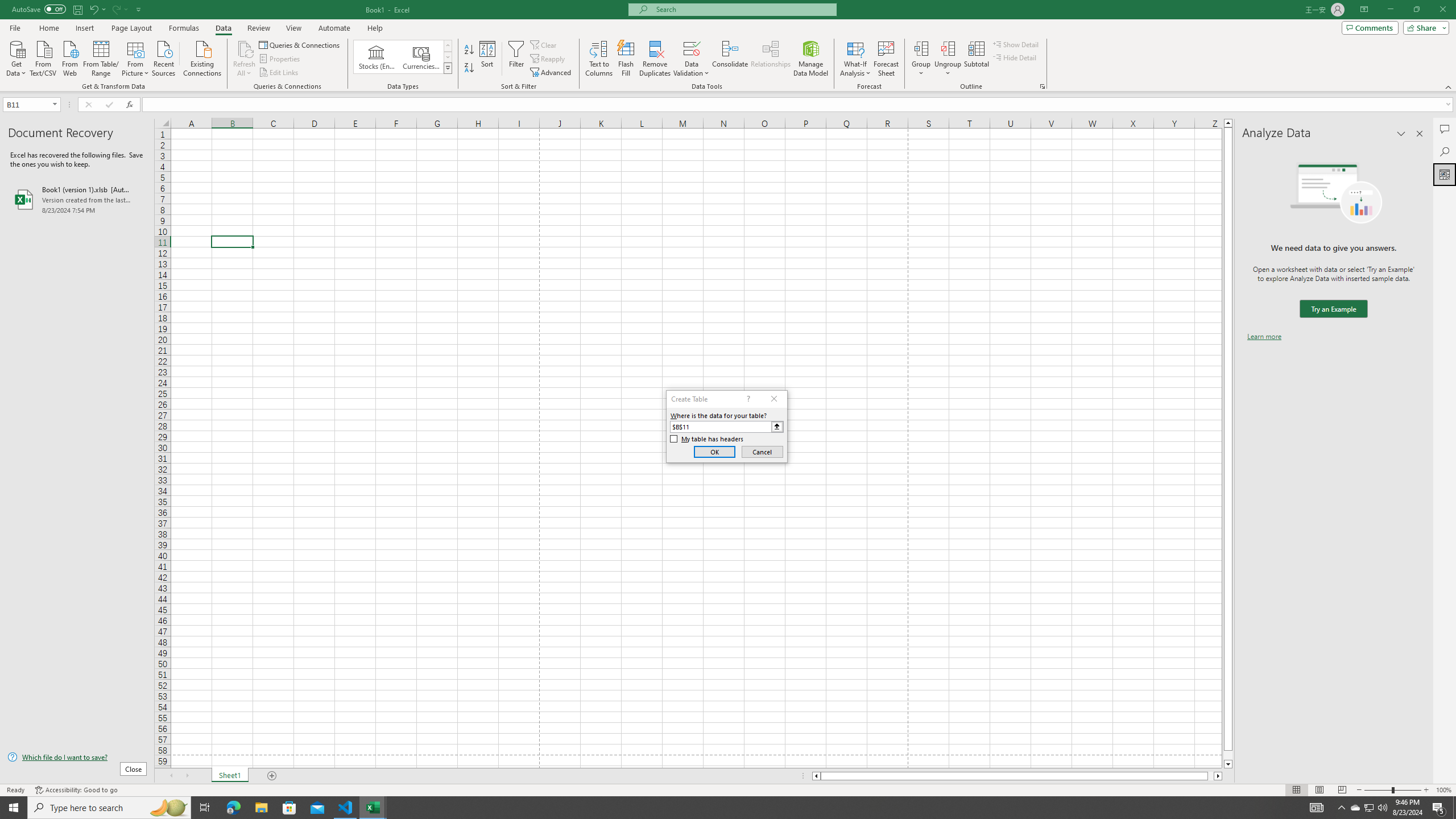 The height and width of the screenshot is (819, 1456). Describe the element at coordinates (164, 57) in the screenshot. I see `'Recent Sources'` at that location.